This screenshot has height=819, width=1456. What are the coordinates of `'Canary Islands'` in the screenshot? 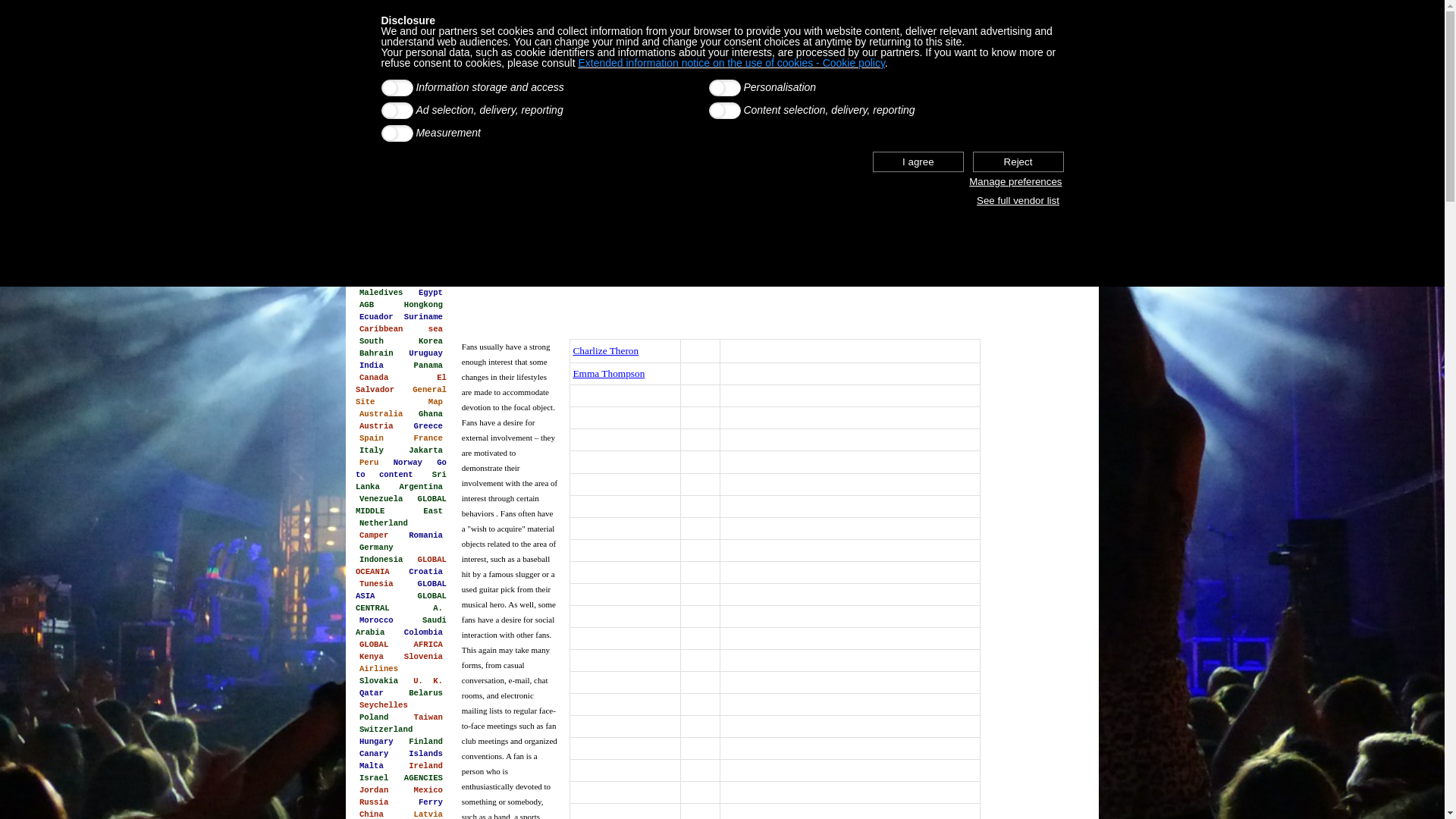 It's located at (400, 754).